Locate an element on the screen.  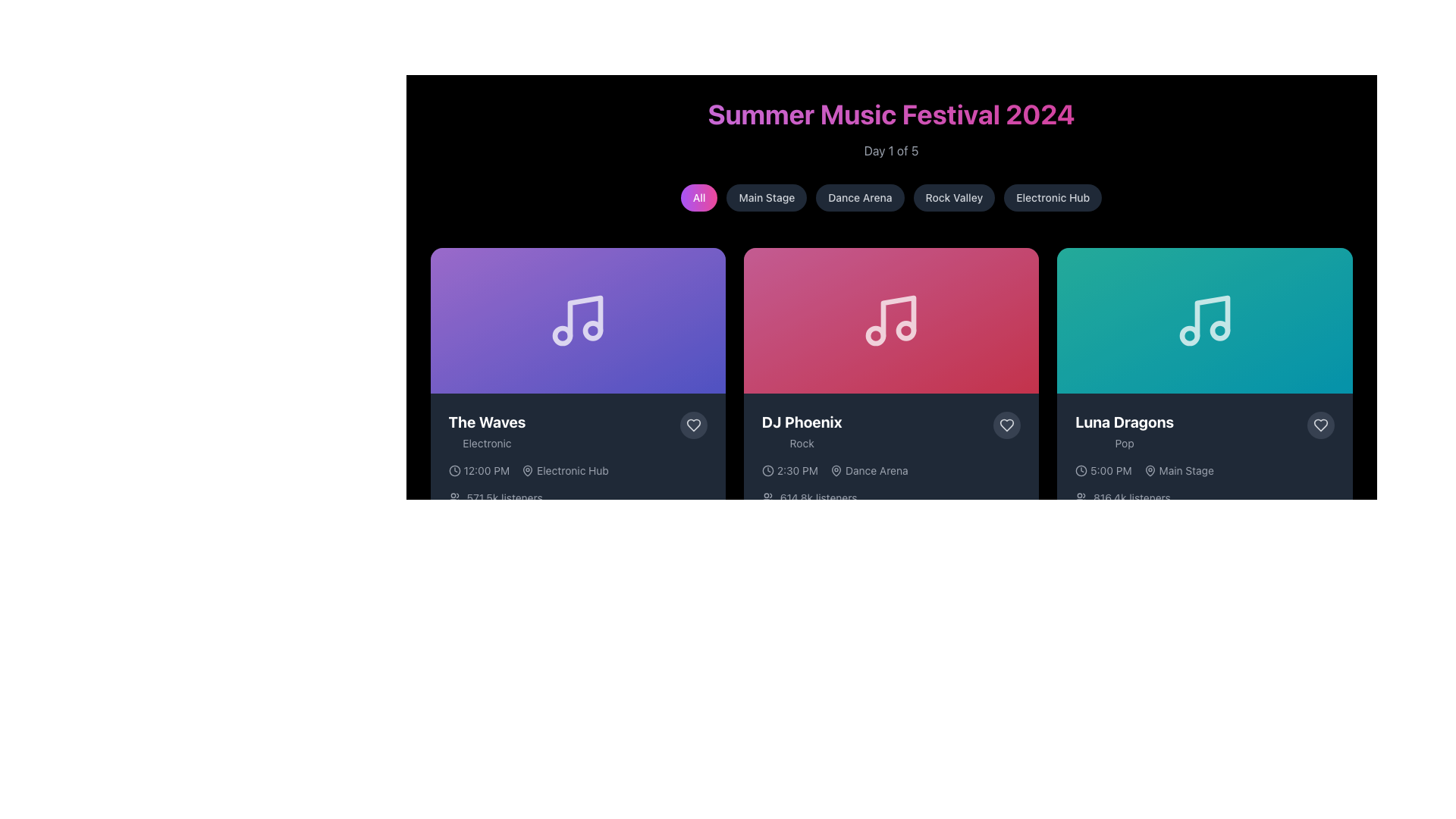
the main heading text element located near the top of the interface, which serves as the title and context for the current view is located at coordinates (891, 113).